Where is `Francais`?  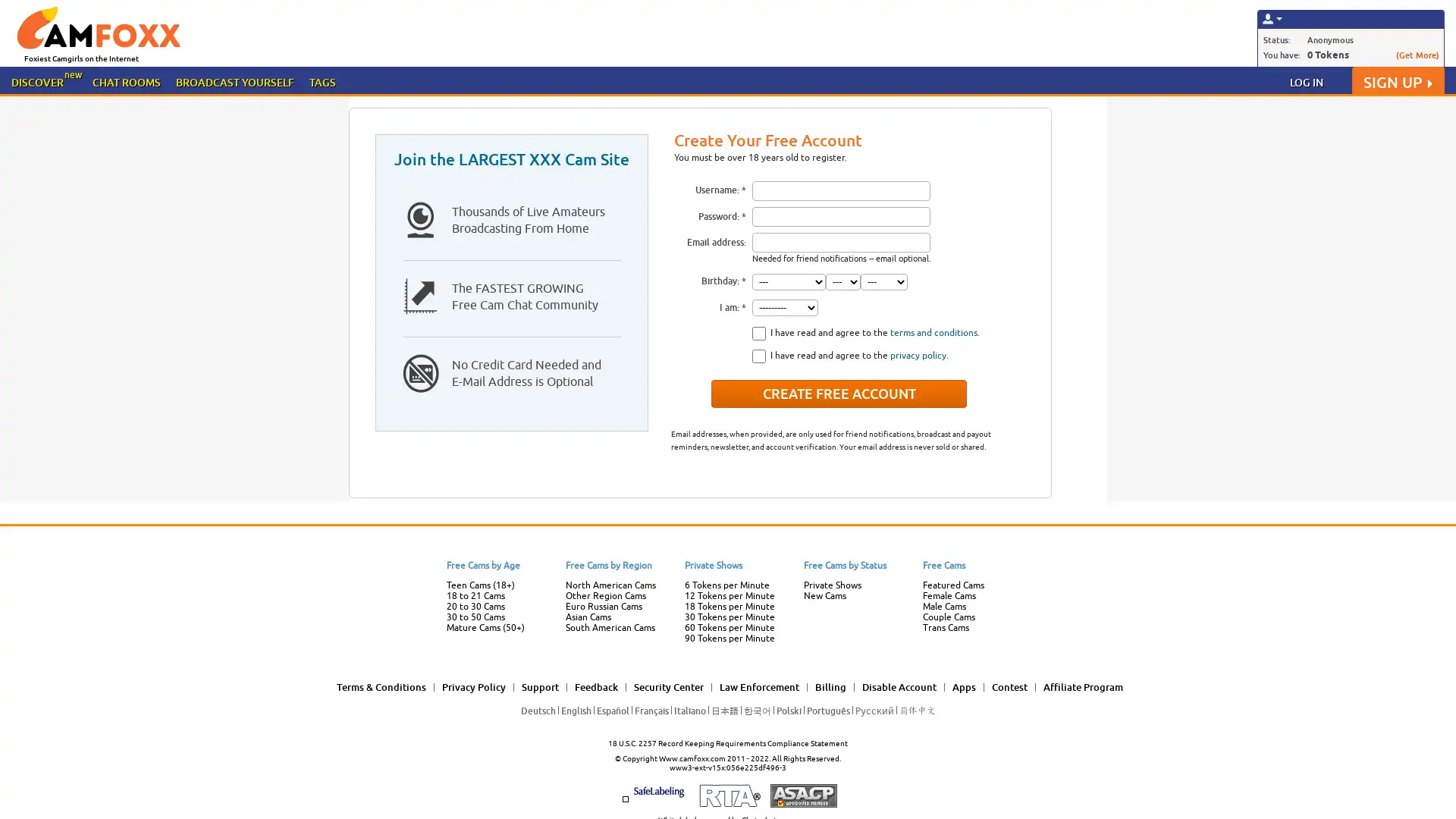
Francais is located at coordinates (651, 711).